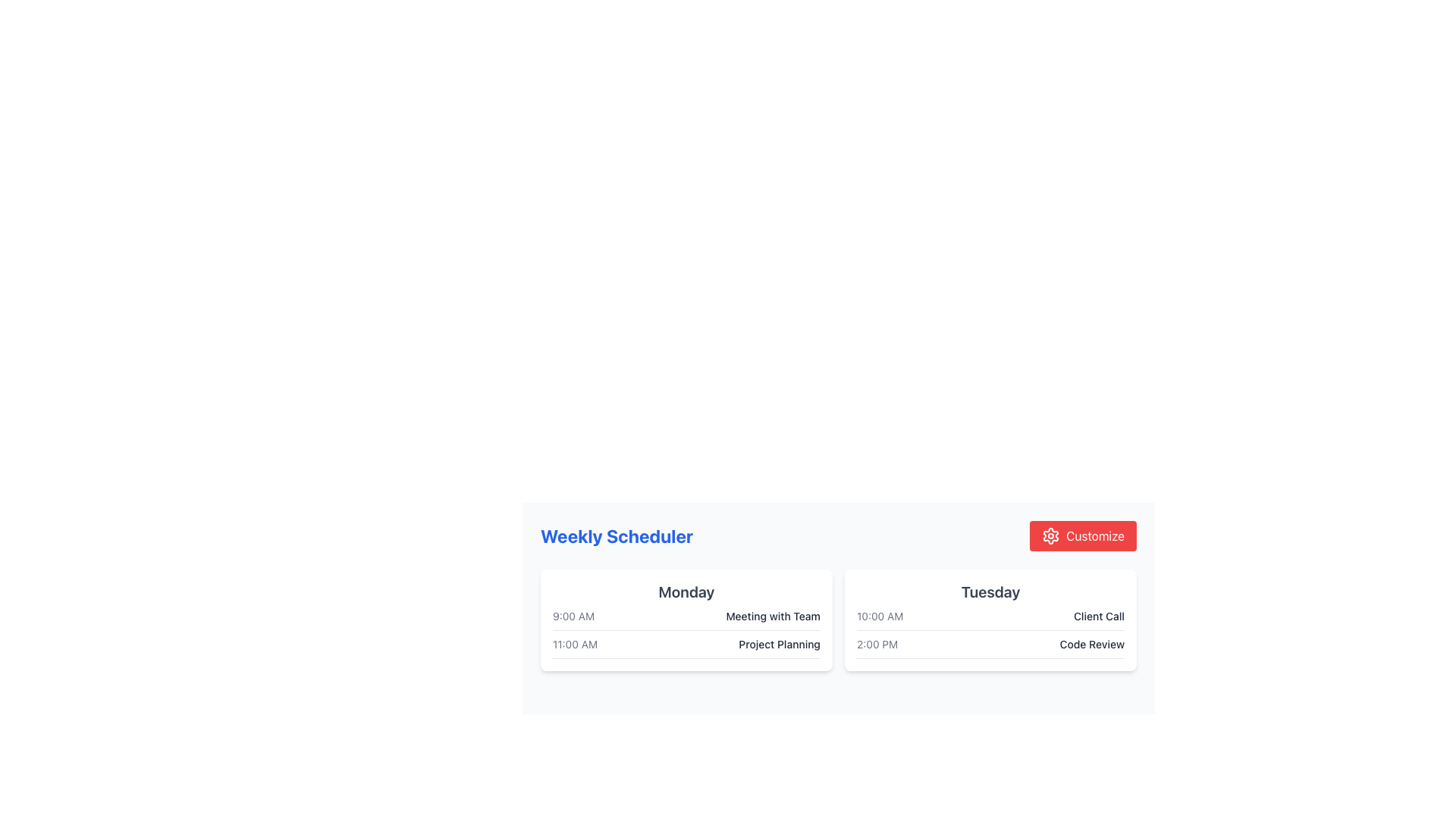 The width and height of the screenshot is (1456, 819). What do you see at coordinates (990, 620) in the screenshot?
I see `the Tuesday schedule card, which is the second entry in a two-column layout displaying weekly schedules, located on the right side next to the Monday schedule card` at bounding box center [990, 620].